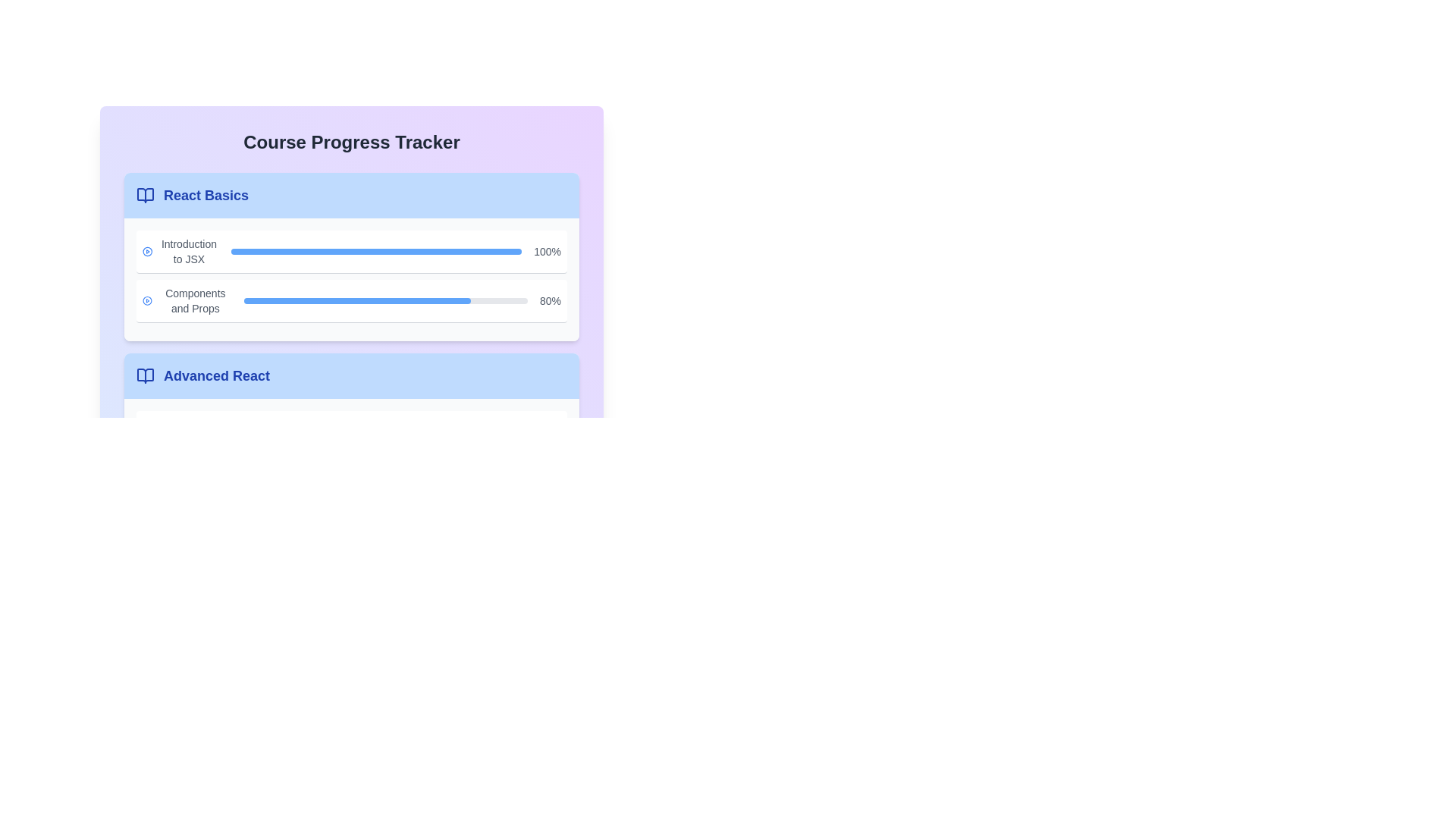  Describe the element at coordinates (351, 280) in the screenshot. I see `the progress information for the topics 'Introduction to JSX' and 'Components and Props' displayed in the course tracker within the 'React Basics' section` at that location.